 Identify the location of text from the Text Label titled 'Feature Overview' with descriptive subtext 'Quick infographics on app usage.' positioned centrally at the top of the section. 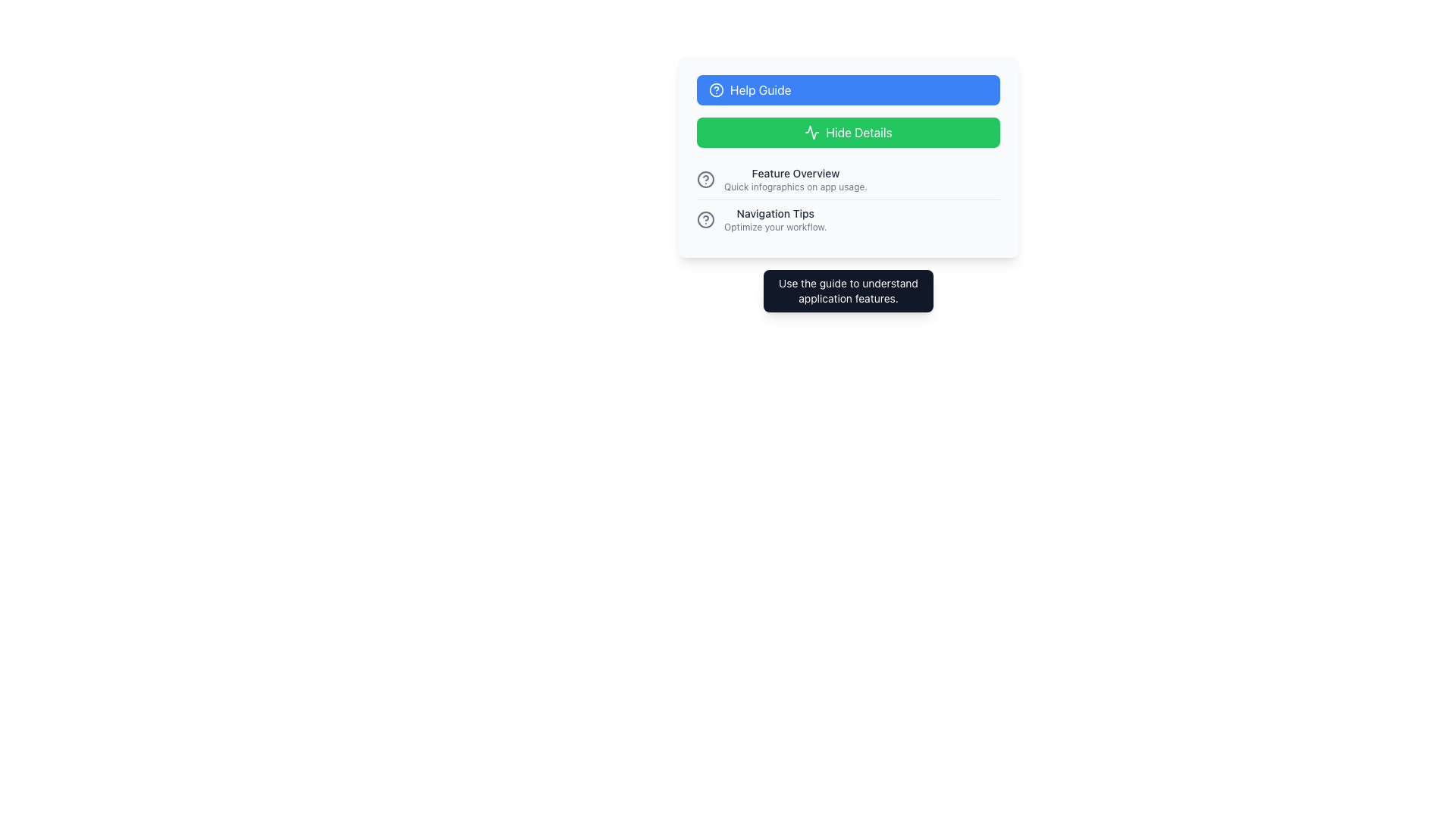
(795, 172).